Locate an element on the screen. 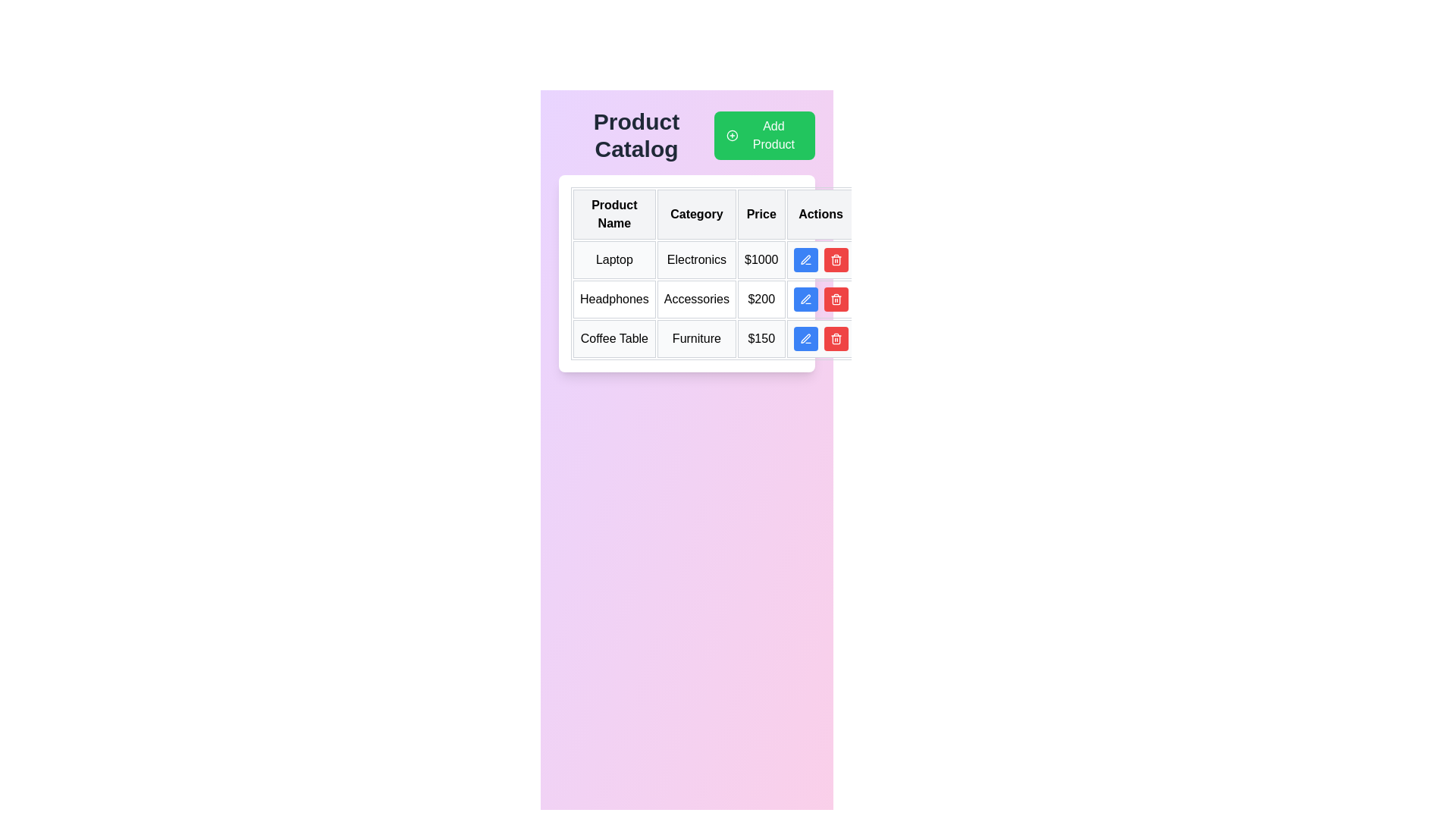 This screenshot has width=1456, height=819. the pen icon in the 'Actions' column of the table, located next to the 'Coffee Table' entry is located at coordinates (805, 299).